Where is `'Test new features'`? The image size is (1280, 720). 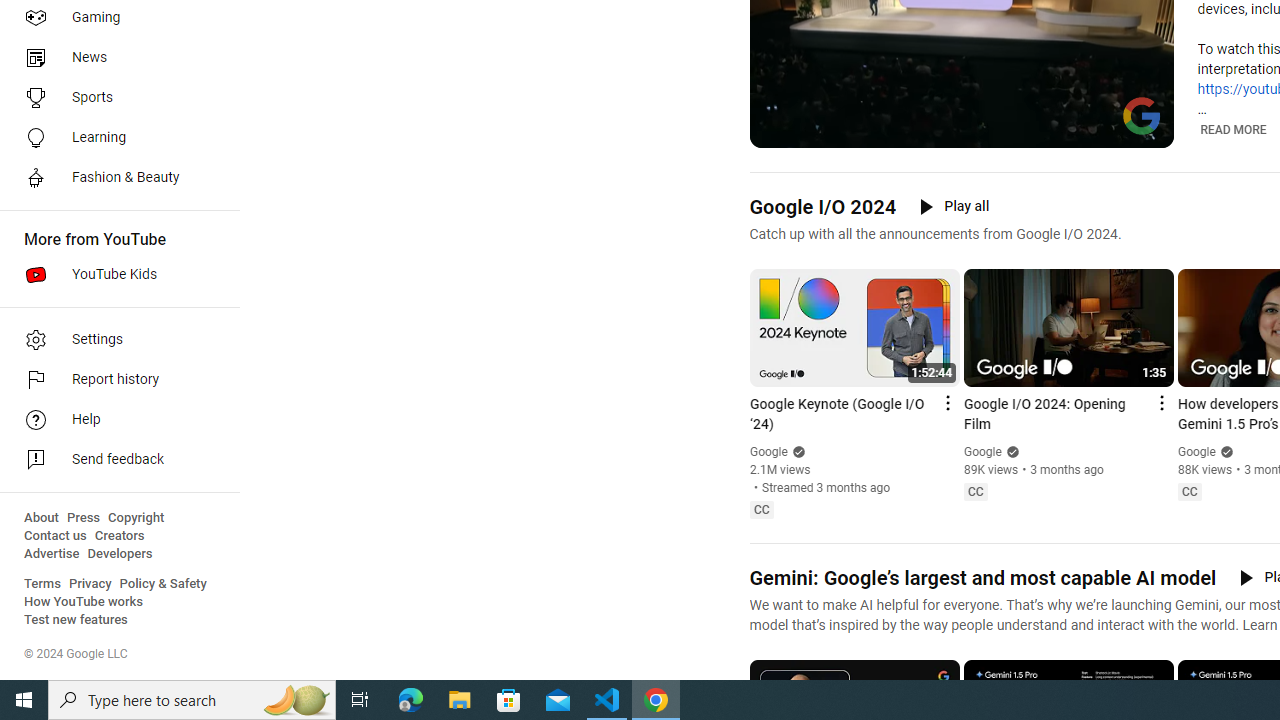
'Test new features' is located at coordinates (76, 619).